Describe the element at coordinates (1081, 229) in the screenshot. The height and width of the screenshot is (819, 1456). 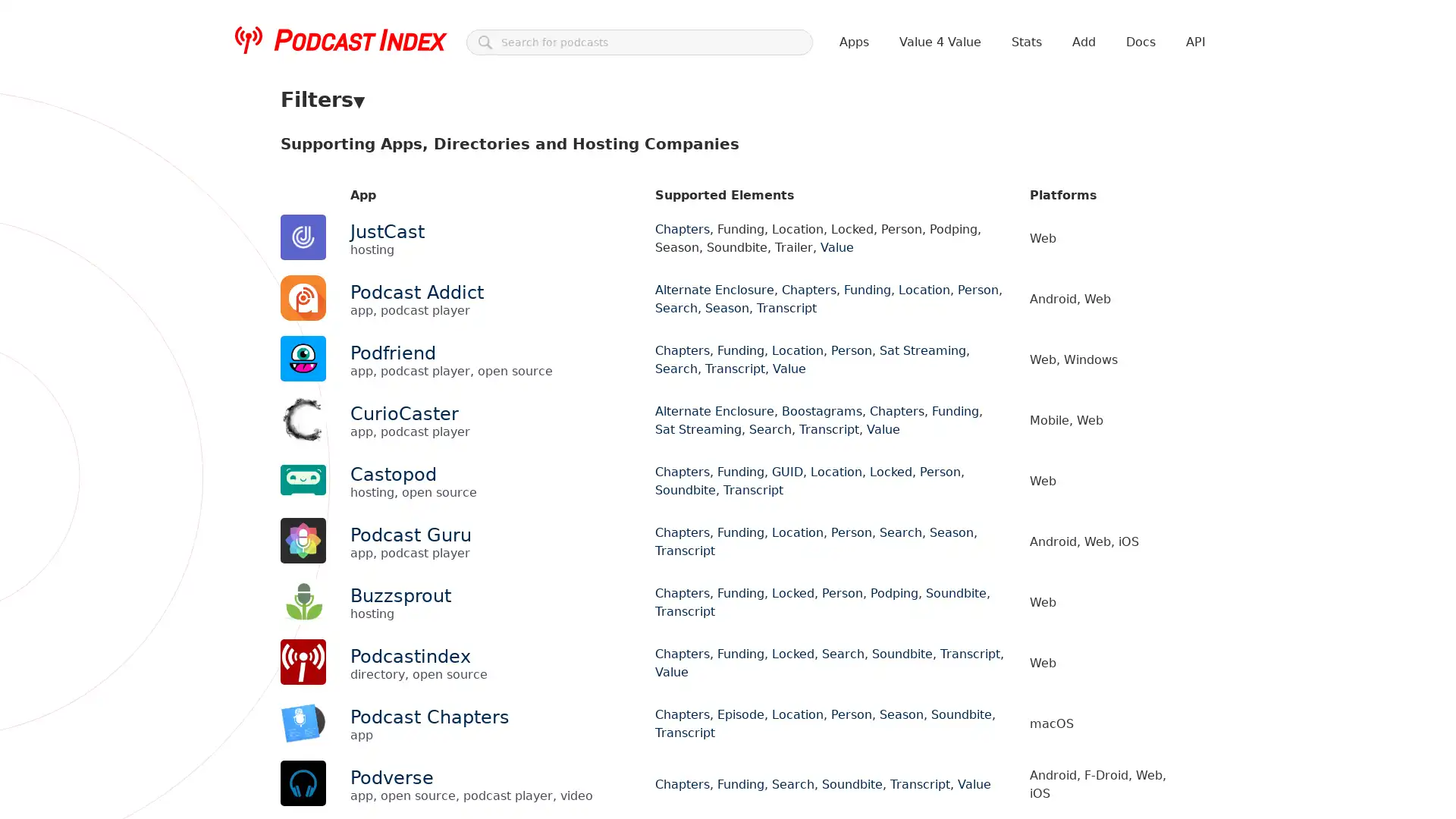
I see `Sat Streaming` at that location.